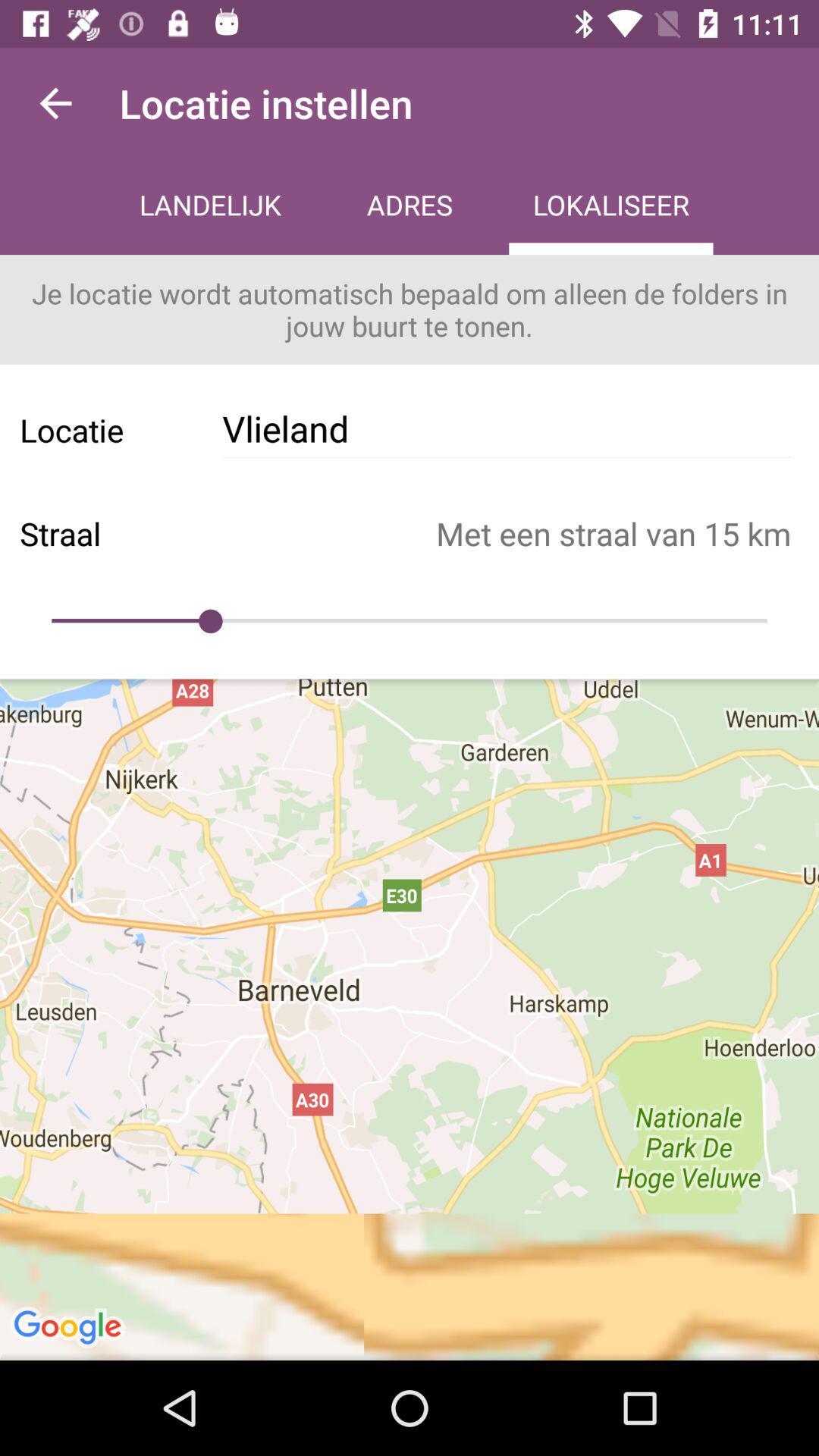 Image resolution: width=819 pixels, height=1456 pixels. I want to click on lokaliseer, so click(610, 206).